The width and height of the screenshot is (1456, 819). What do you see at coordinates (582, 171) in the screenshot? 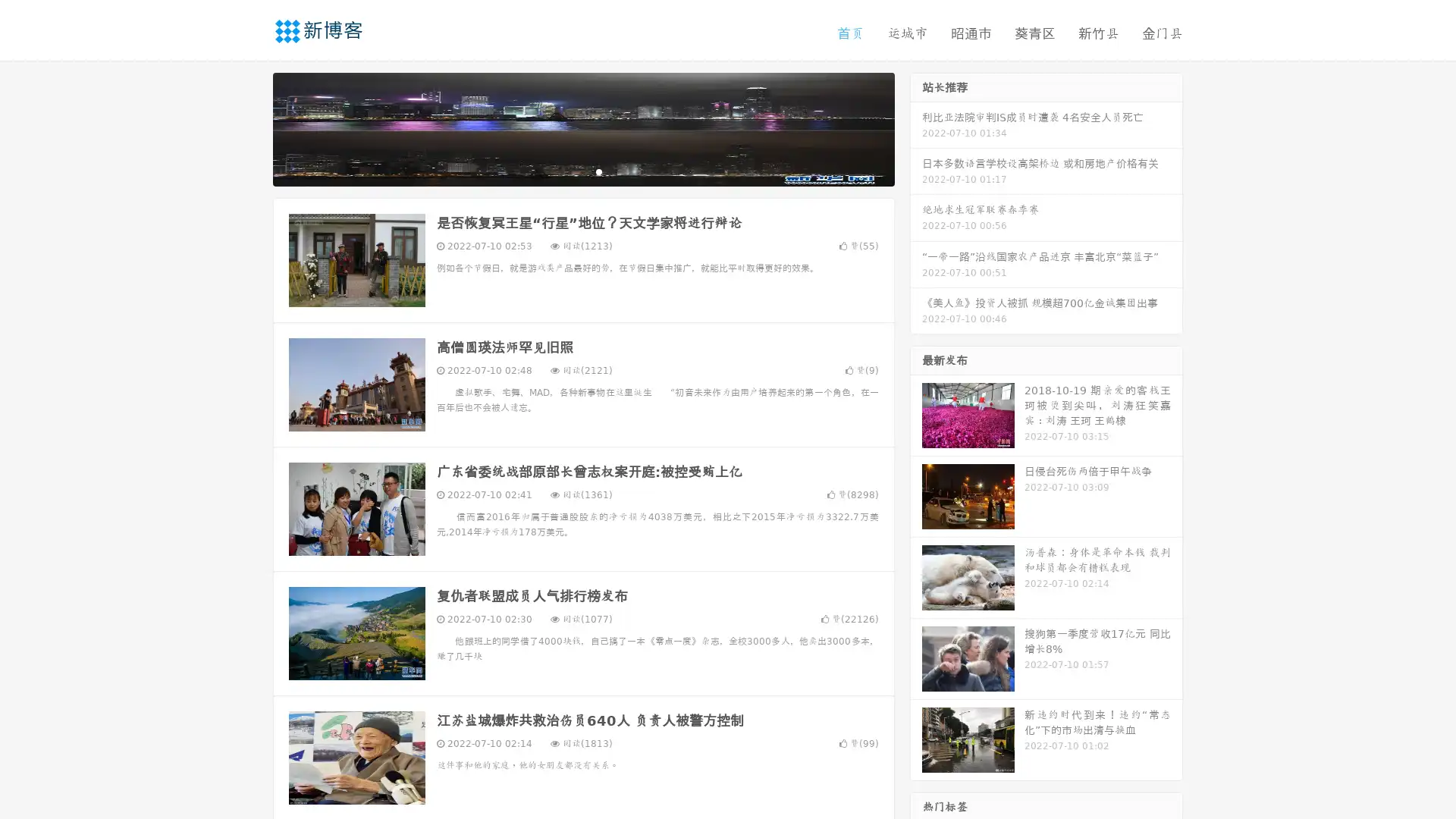
I see `Go to slide 2` at bounding box center [582, 171].